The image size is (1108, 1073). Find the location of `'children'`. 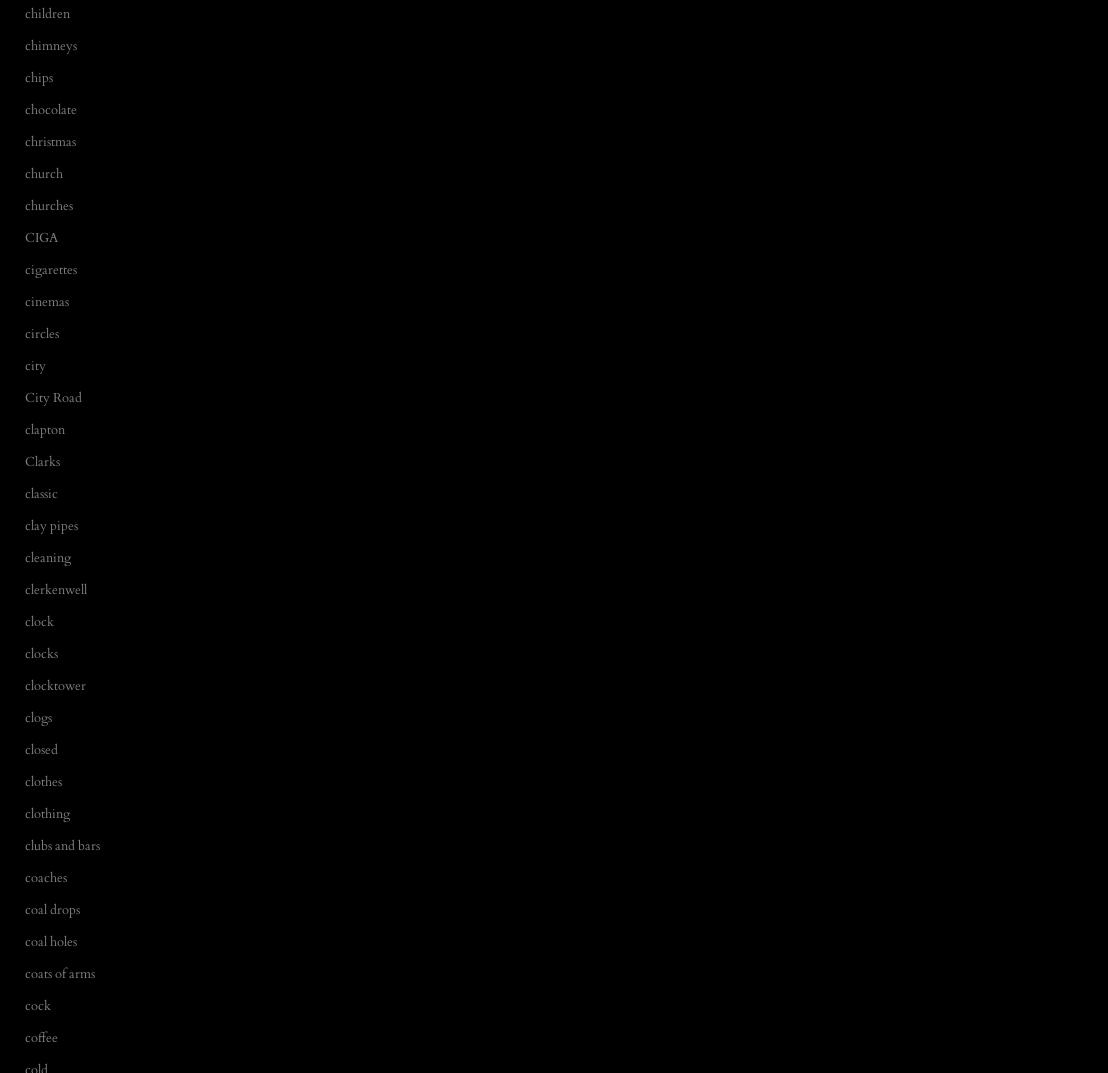

'children' is located at coordinates (46, 11).